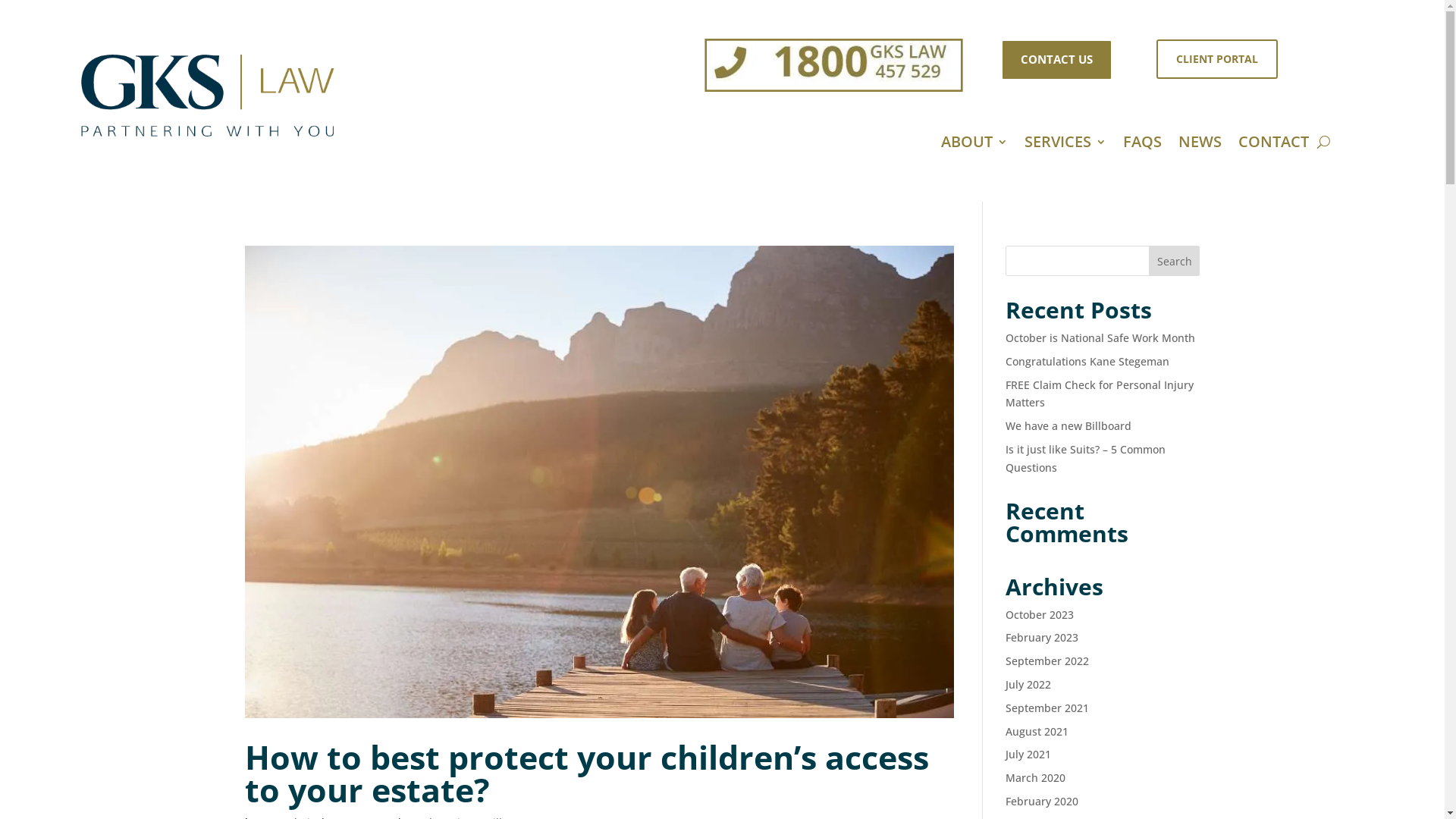 The height and width of the screenshot is (819, 1456). What do you see at coordinates (796, 58) in the screenshot?
I see `'1800gkslaw_gold'` at bounding box center [796, 58].